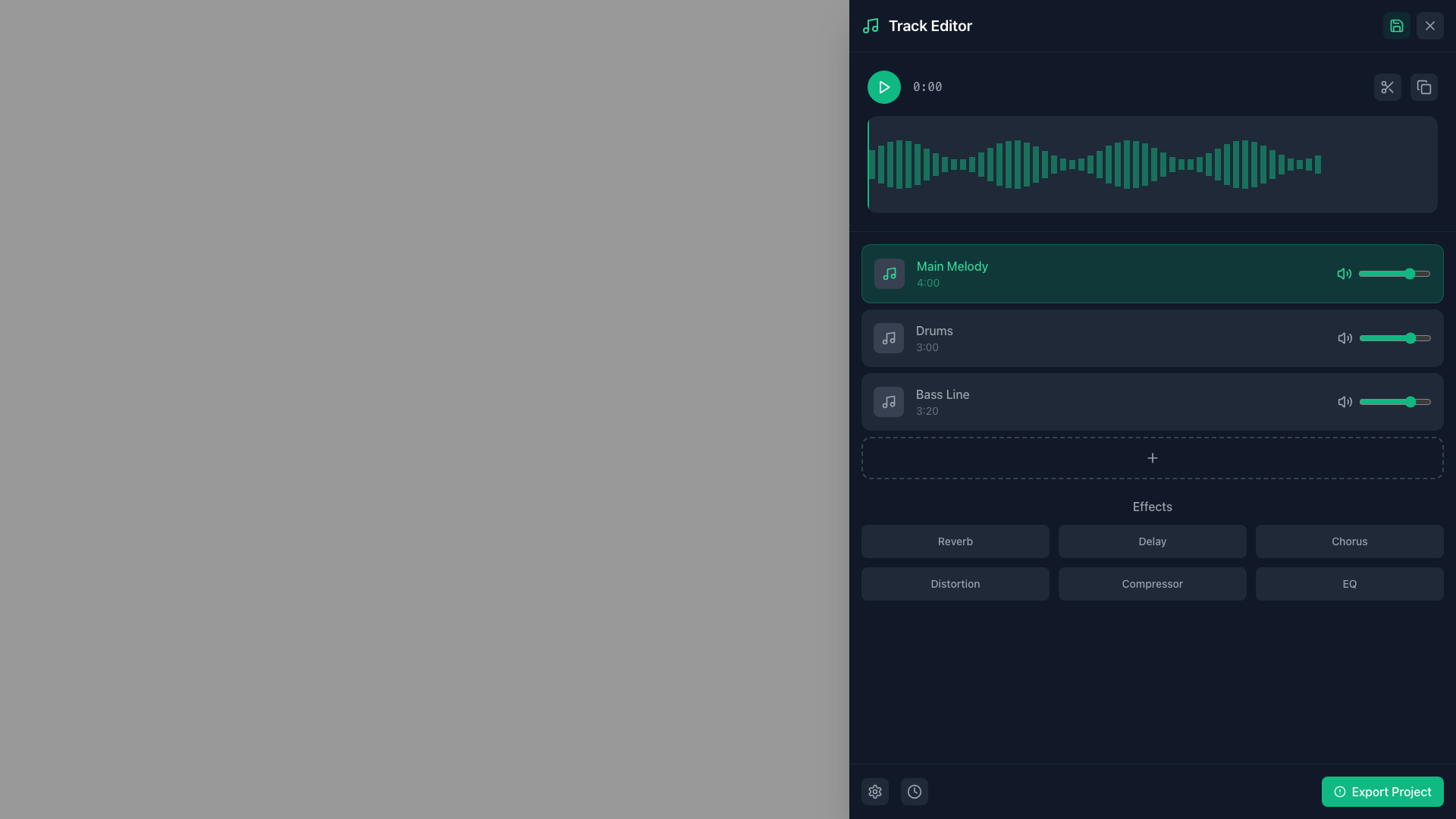 The height and width of the screenshot is (819, 1456). Describe the element at coordinates (952, 164) in the screenshot. I see `the 10th vertical green translucent bar in the waveform component of the Track Editor layout` at that location.